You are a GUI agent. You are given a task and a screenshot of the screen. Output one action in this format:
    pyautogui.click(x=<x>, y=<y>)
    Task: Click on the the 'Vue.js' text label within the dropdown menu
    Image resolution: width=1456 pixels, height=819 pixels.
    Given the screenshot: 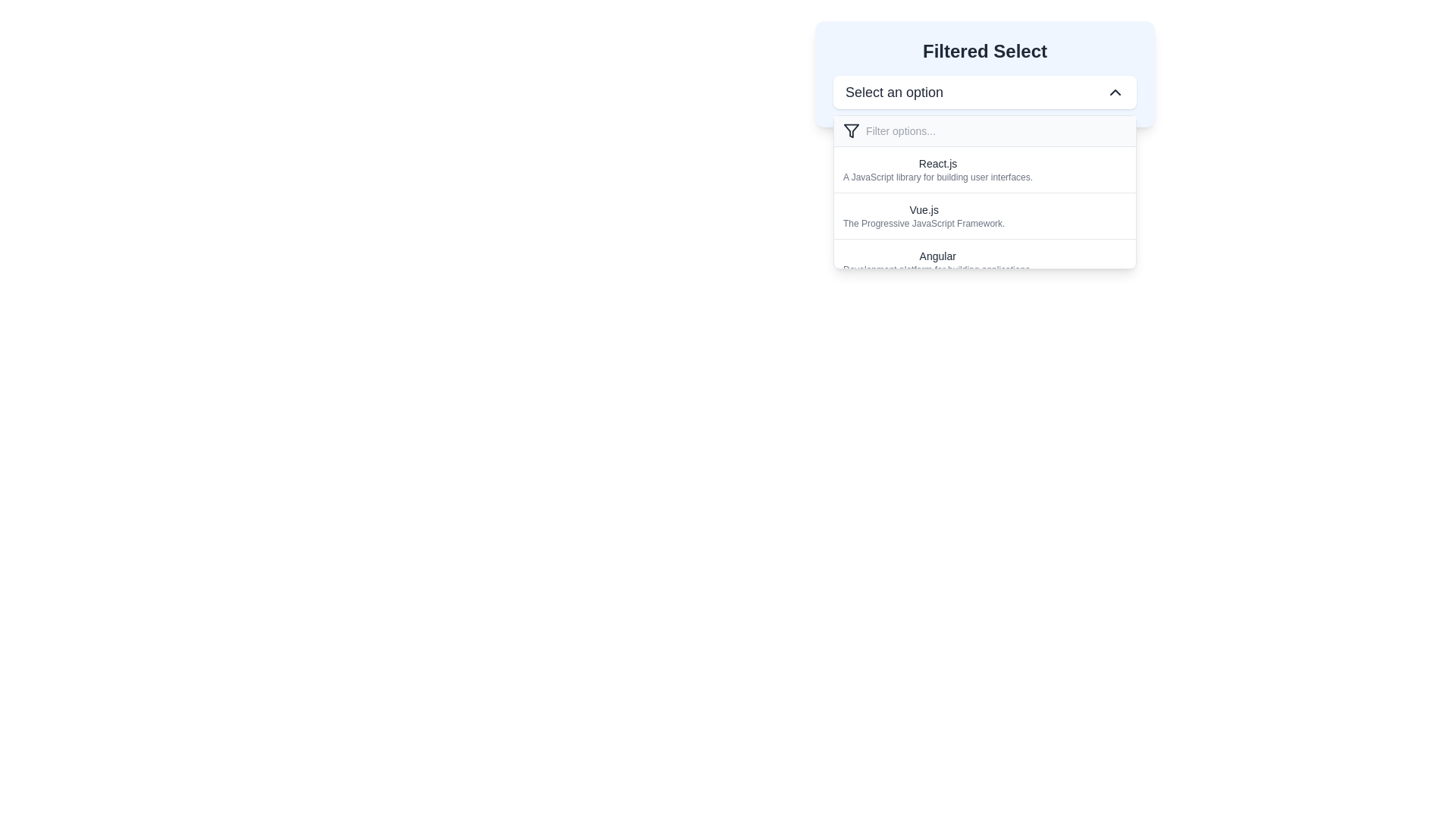 What is the action you would take?
    pyautogui.click(x=923, y=210)
    